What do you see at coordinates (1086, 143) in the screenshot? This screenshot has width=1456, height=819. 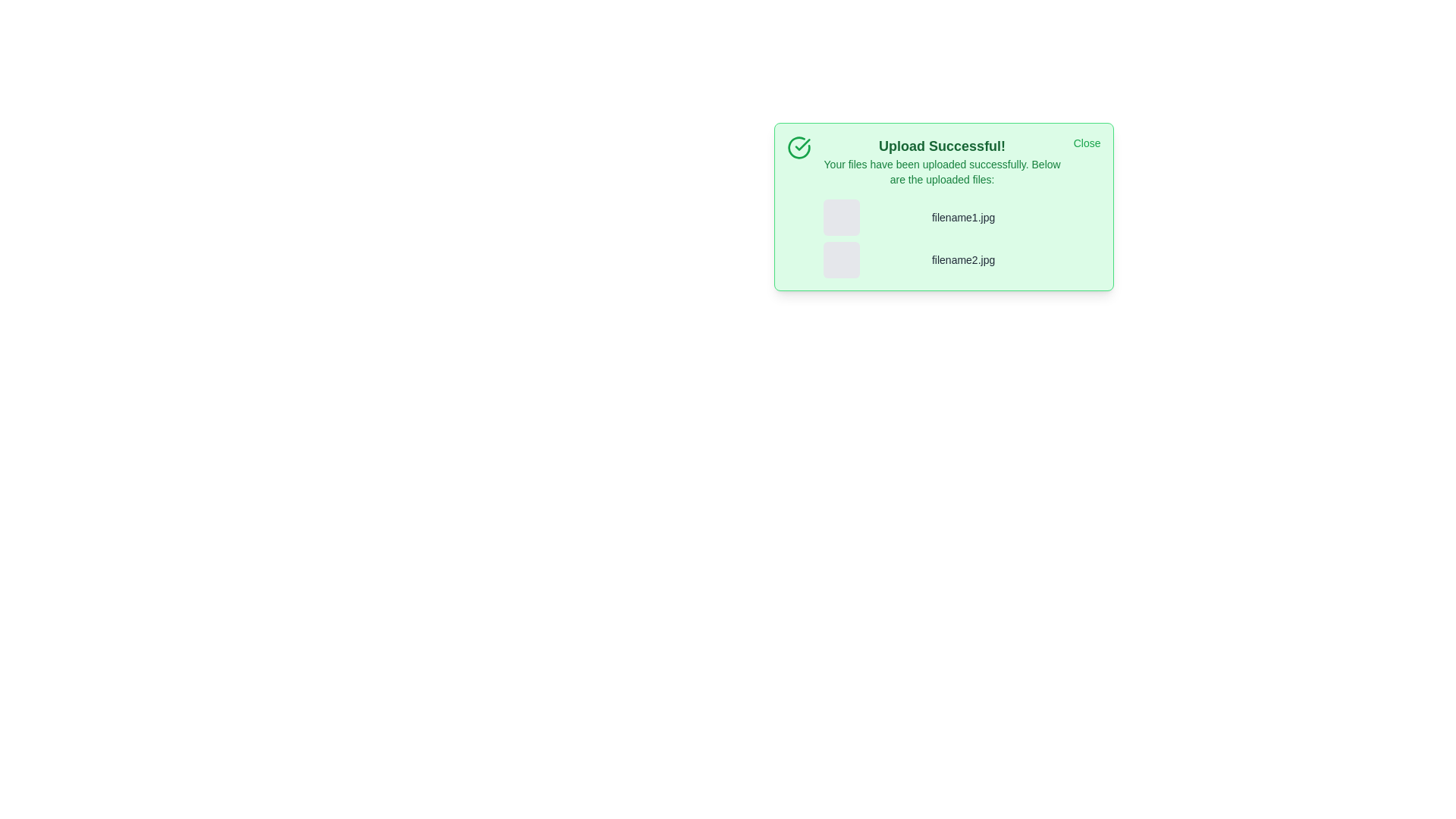 I see `the close button to observe its hover effects` at bounding box center [1086, 143].